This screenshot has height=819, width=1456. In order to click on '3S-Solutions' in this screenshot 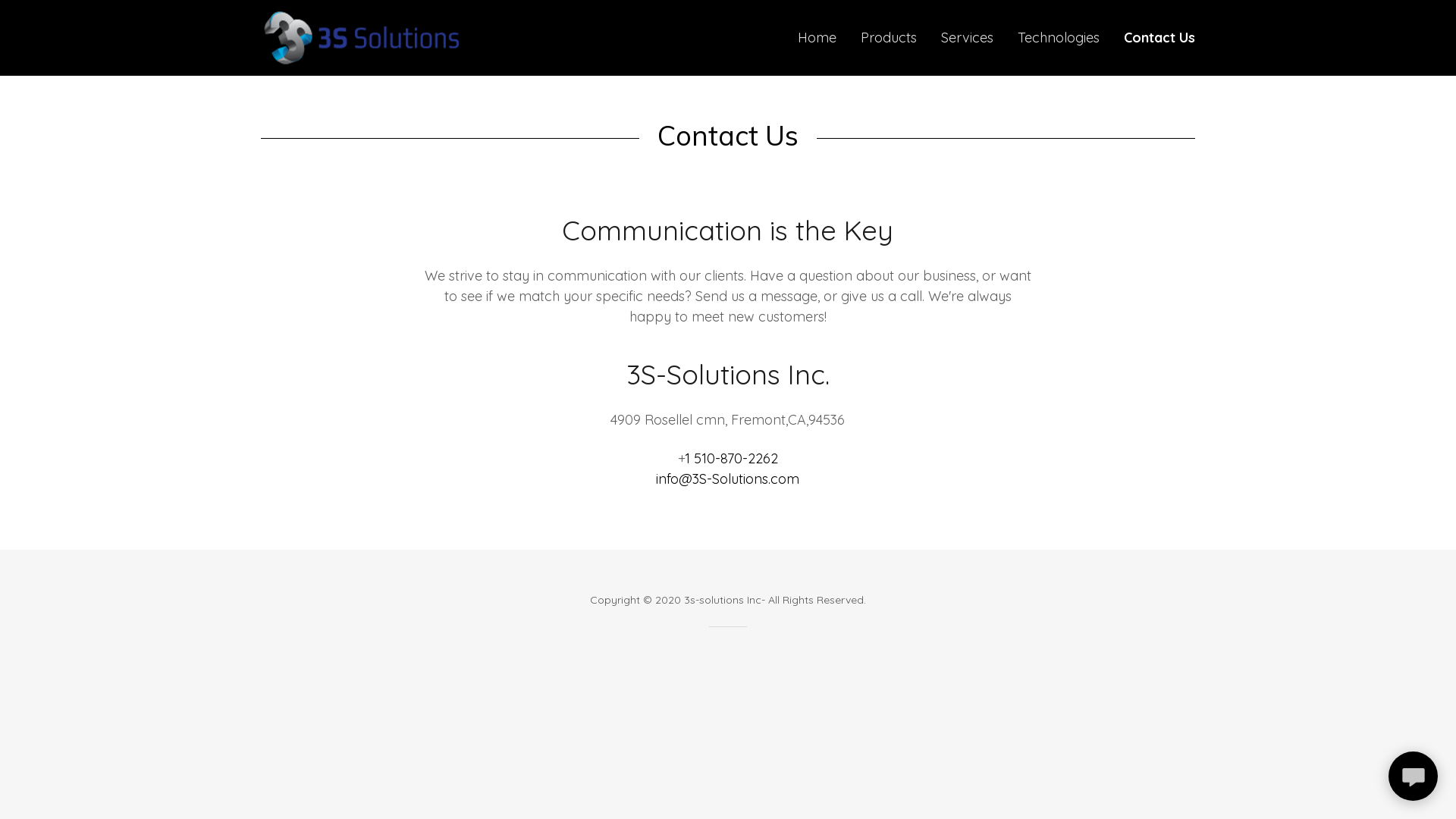, I will do `click(359, 35)`.